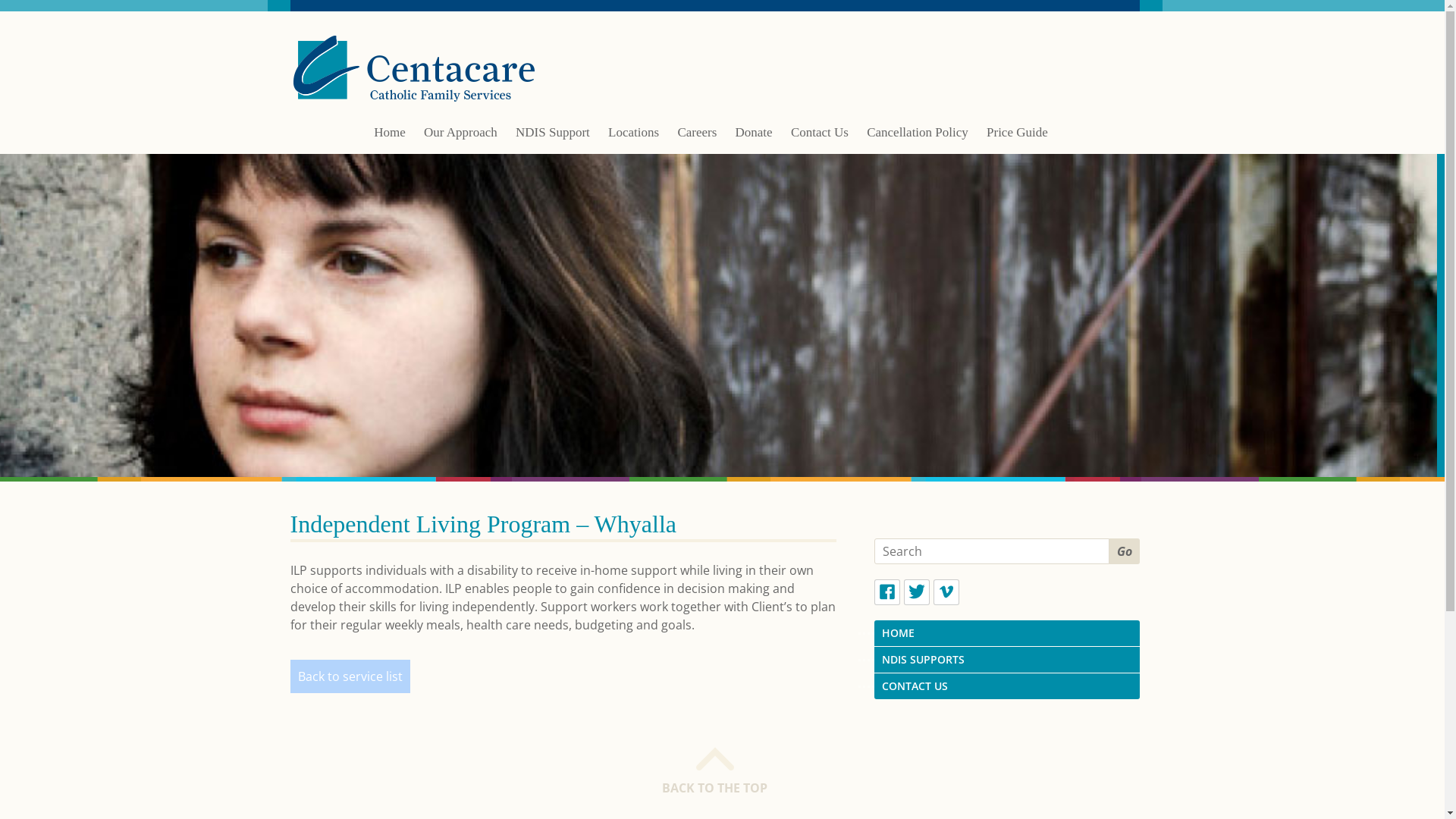 This screenshot has width=1456, height=819. Describe the element at coordinates (903, 591) in the screenshot. I see `'Twitter'` at that location.